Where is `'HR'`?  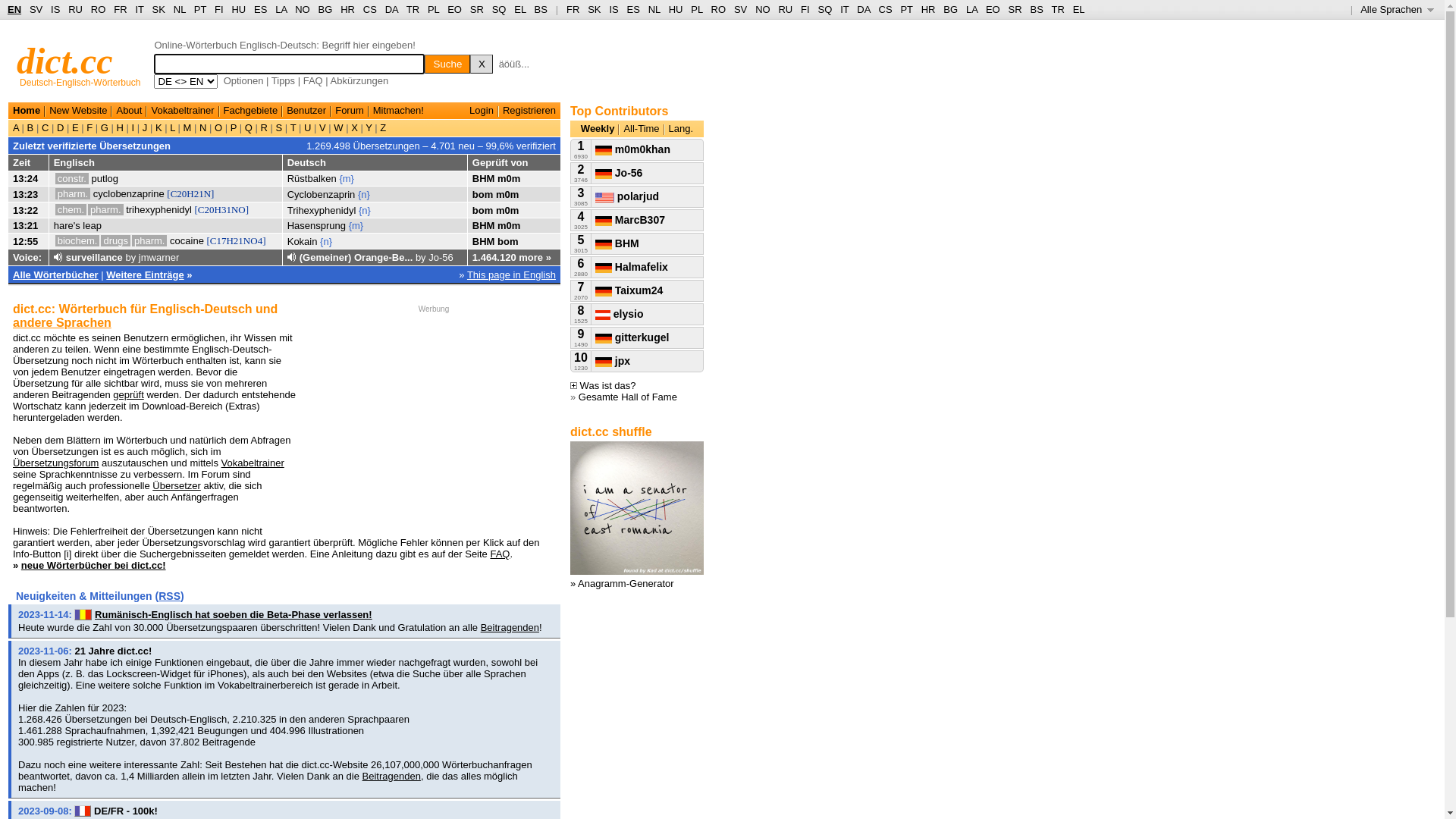
'HR' is located at coordinates (347, 9).